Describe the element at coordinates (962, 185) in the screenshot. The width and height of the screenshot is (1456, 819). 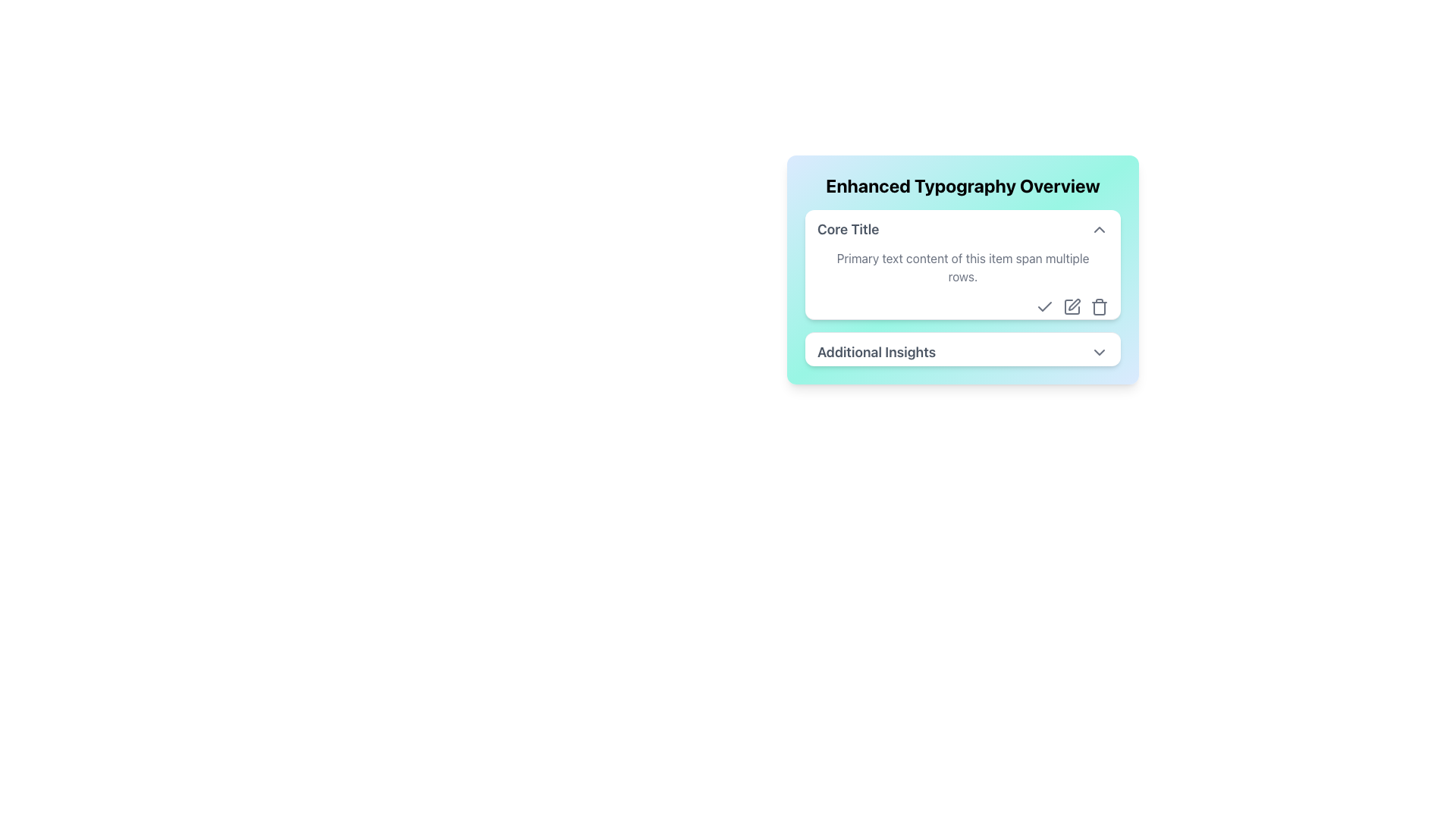
I see `title text of the card, which is positioned at the top and serves as a prominent overview of the card's content` at that location.